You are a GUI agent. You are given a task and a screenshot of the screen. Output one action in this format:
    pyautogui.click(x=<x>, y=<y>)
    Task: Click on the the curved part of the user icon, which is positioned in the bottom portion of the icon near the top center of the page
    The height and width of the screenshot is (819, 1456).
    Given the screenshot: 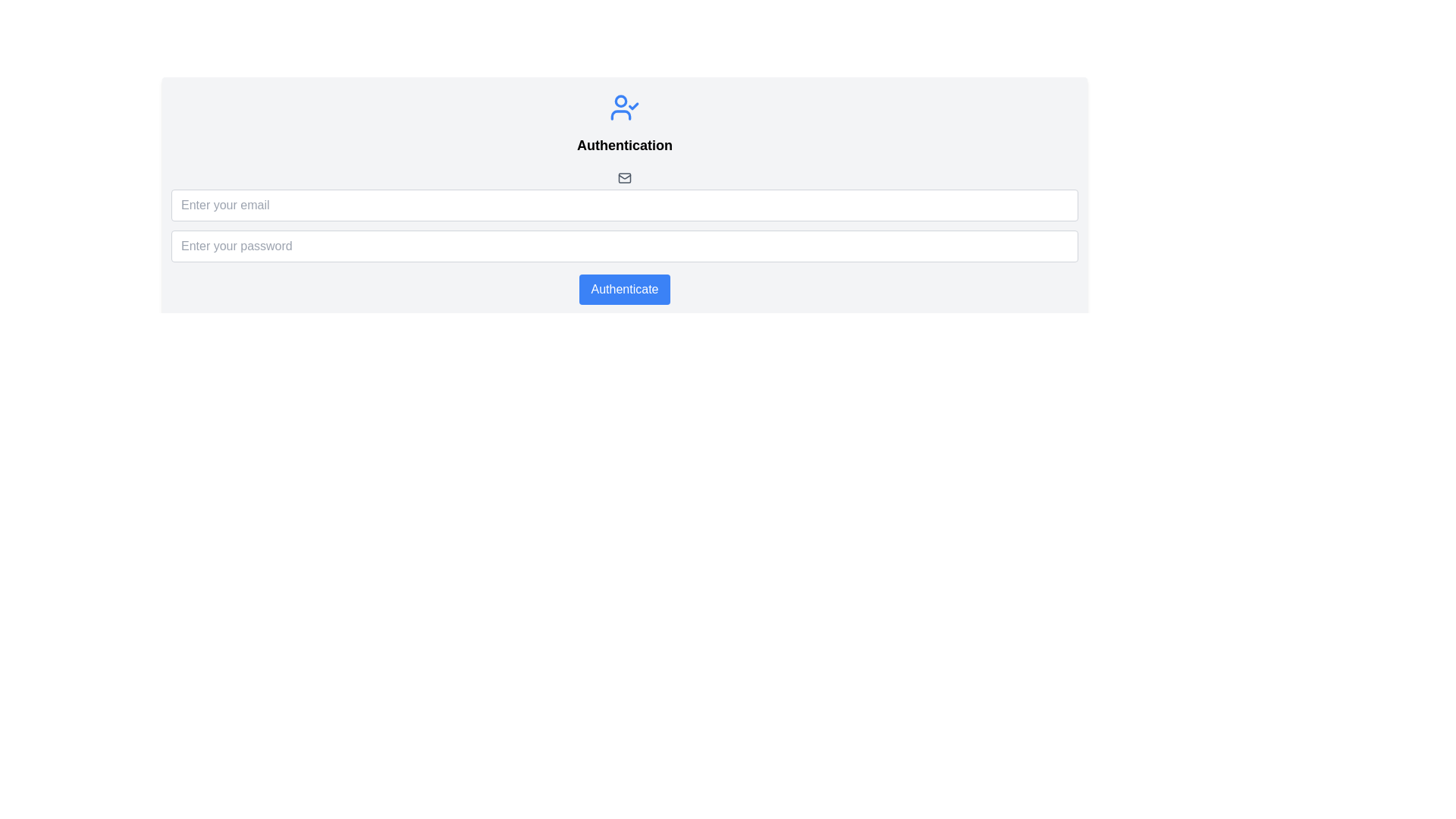 What is the action you would take?
    pyautogui.click(x=621, y=114)
    